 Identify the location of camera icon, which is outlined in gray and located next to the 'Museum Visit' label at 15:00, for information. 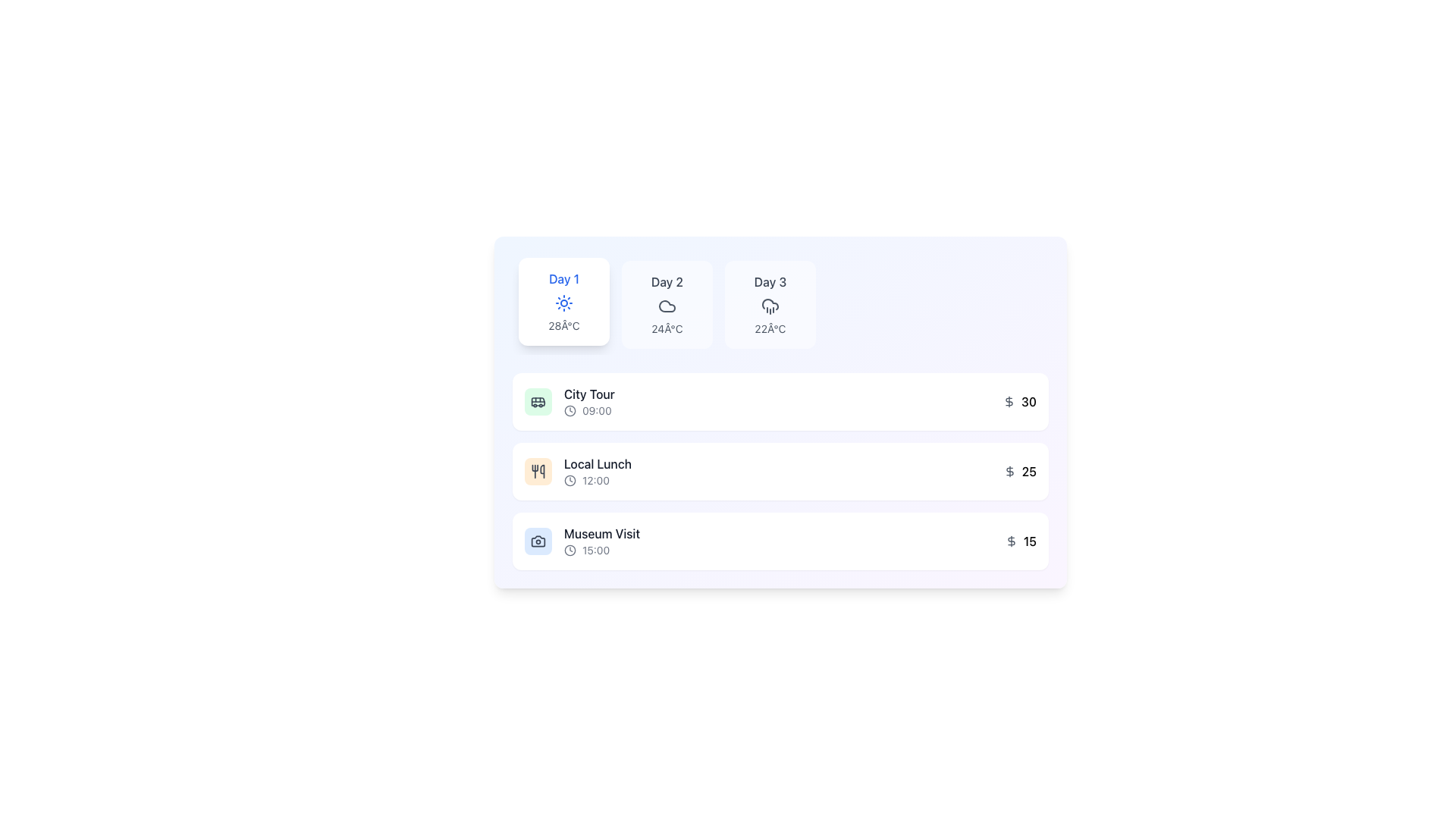
(538, 540).